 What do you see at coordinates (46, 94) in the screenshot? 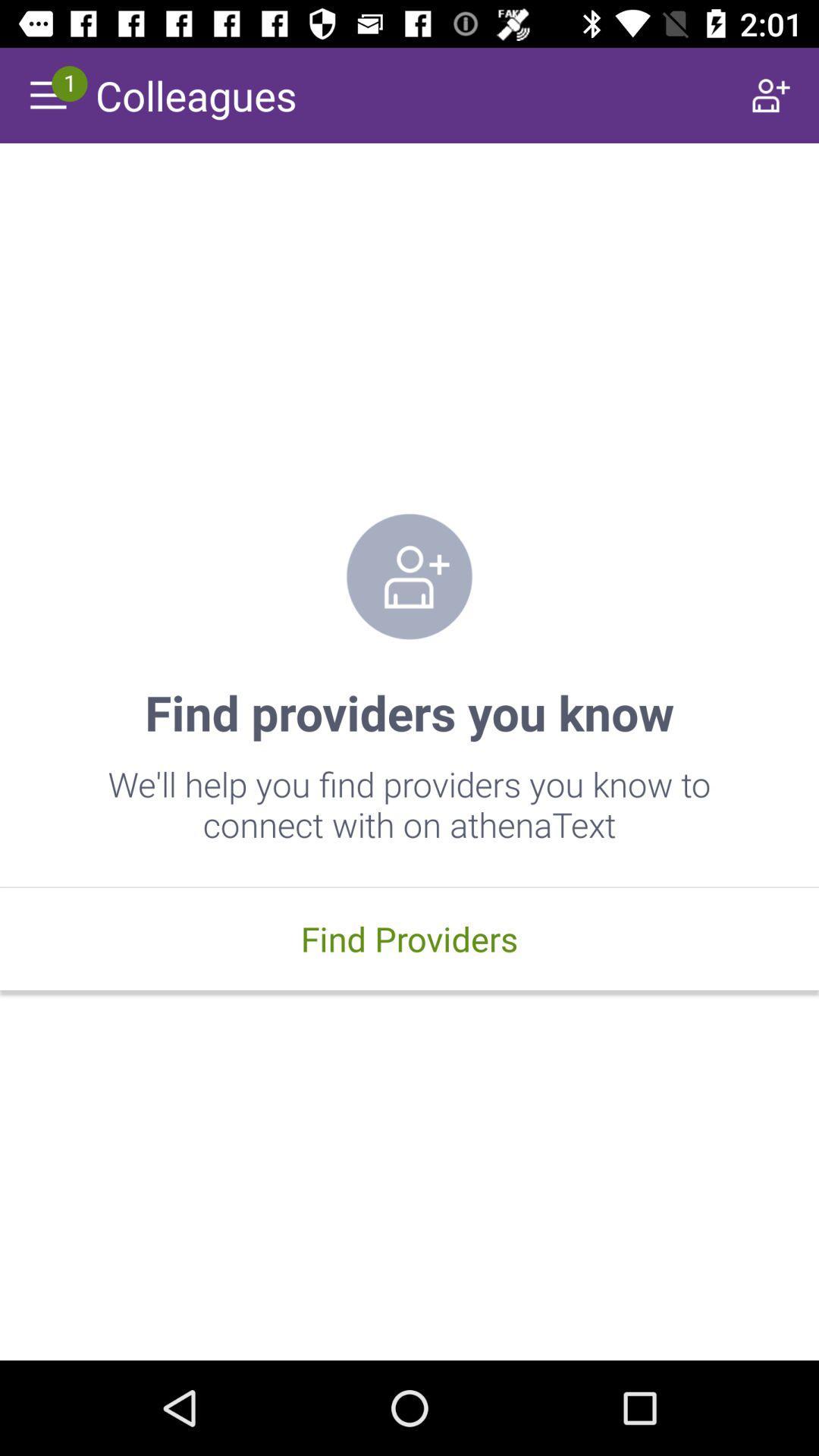
I see `menu` at bounding box center [46, 94].